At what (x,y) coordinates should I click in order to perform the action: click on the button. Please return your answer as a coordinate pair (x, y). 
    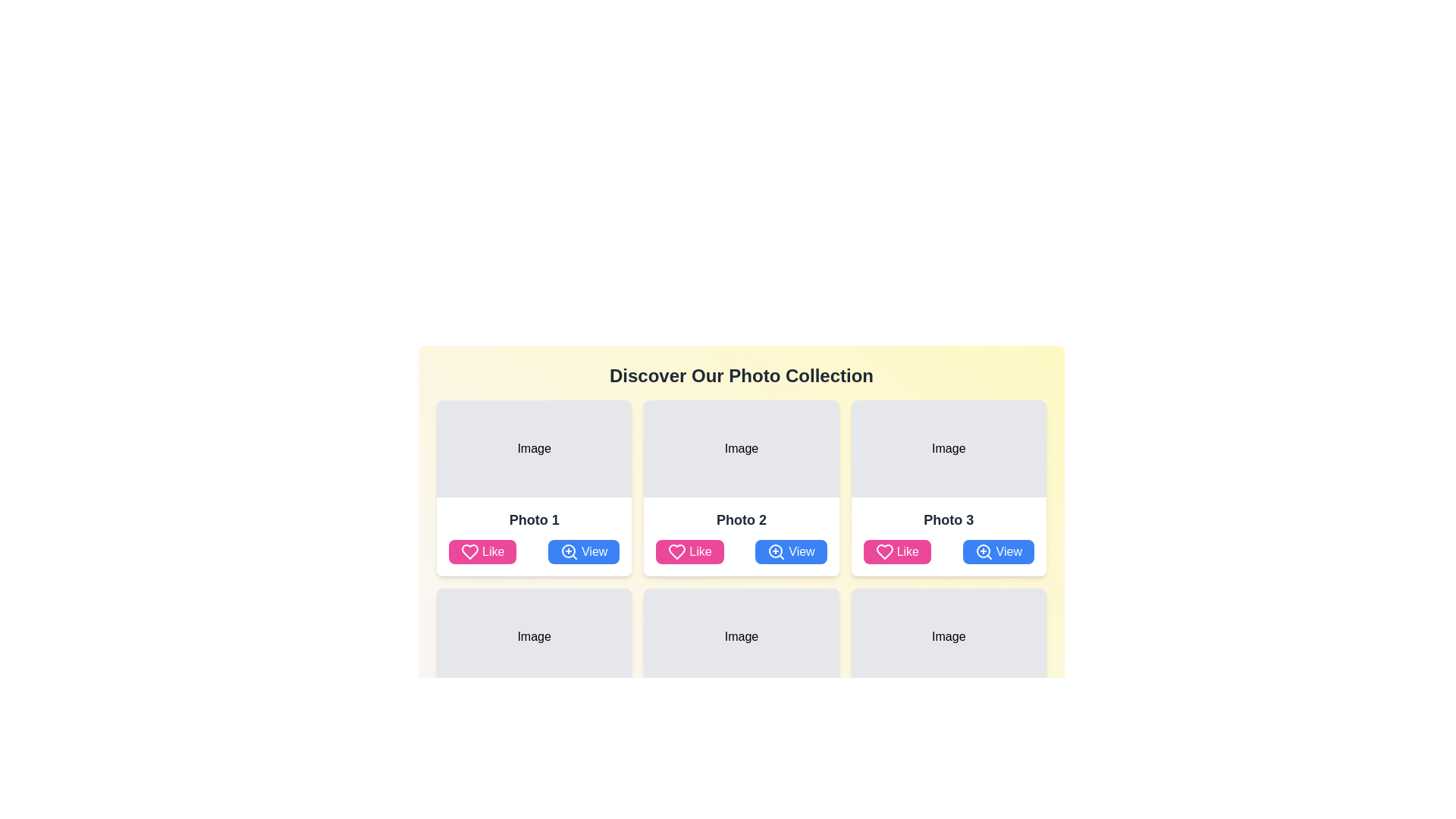
    Looking at the image, I should click on (998, 552).